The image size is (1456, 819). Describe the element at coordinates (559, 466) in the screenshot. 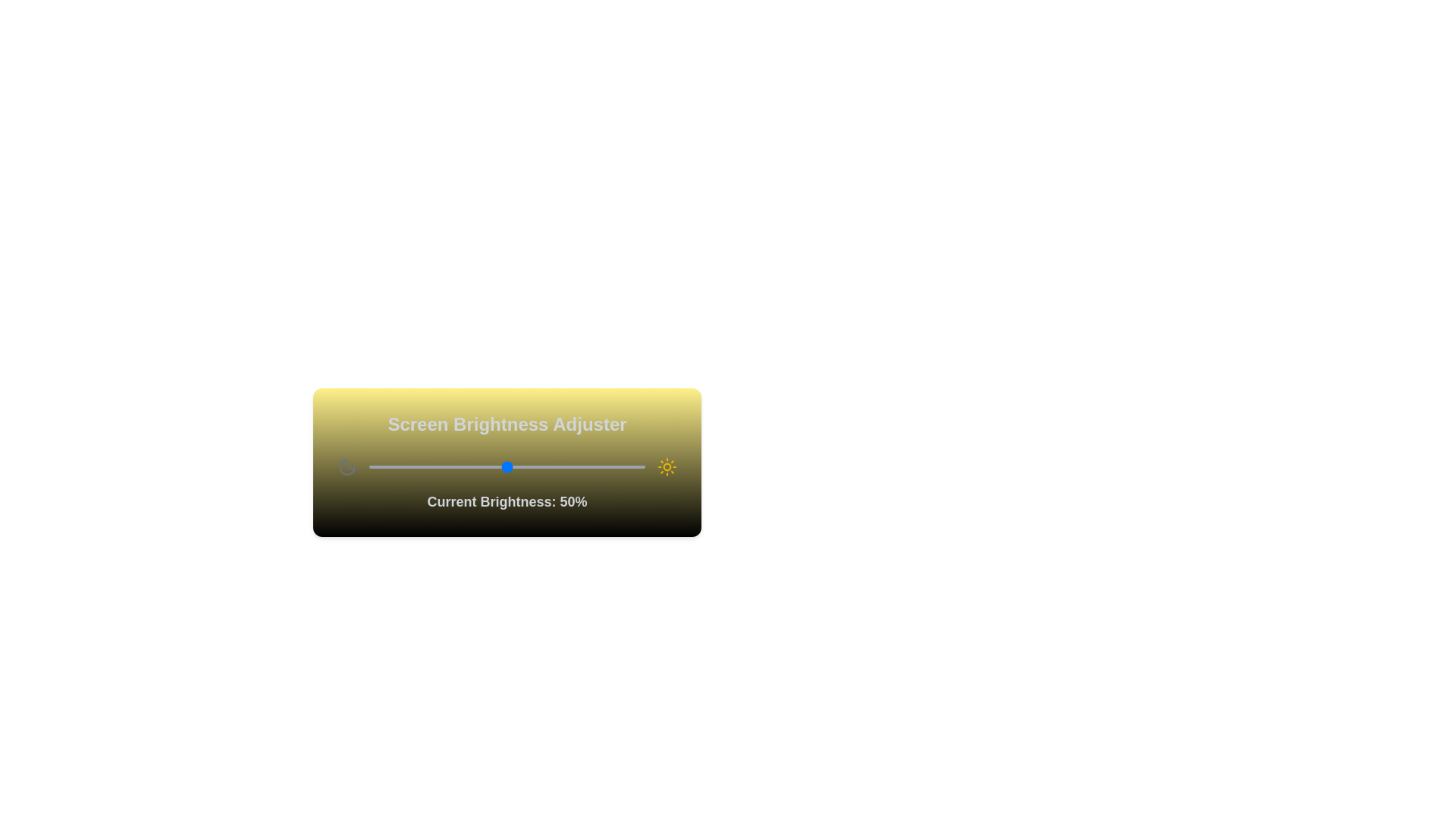

I see `the brightness slider to 69%` at that location.